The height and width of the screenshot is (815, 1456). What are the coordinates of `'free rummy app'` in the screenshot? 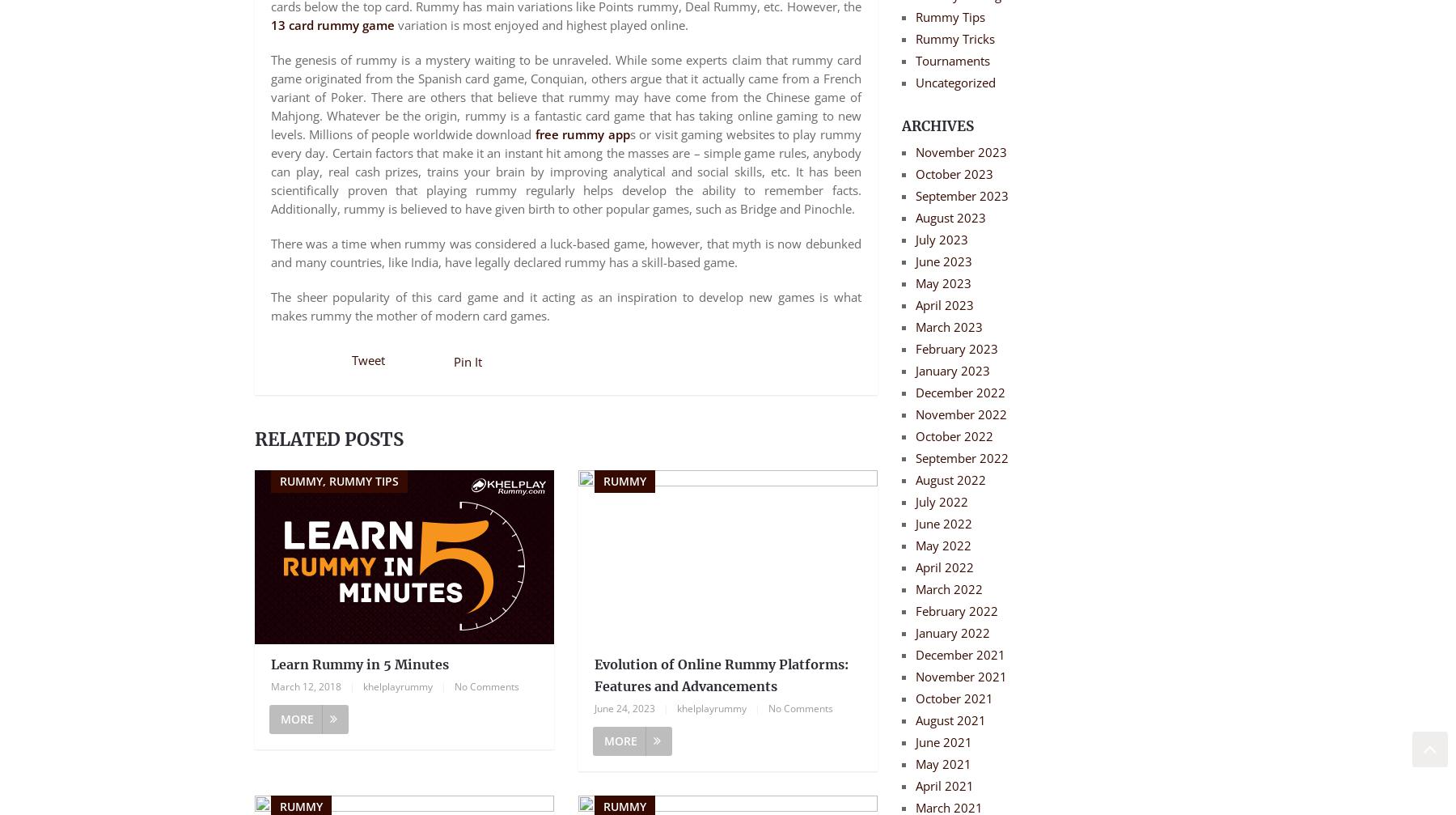 It's located at (581, 134).